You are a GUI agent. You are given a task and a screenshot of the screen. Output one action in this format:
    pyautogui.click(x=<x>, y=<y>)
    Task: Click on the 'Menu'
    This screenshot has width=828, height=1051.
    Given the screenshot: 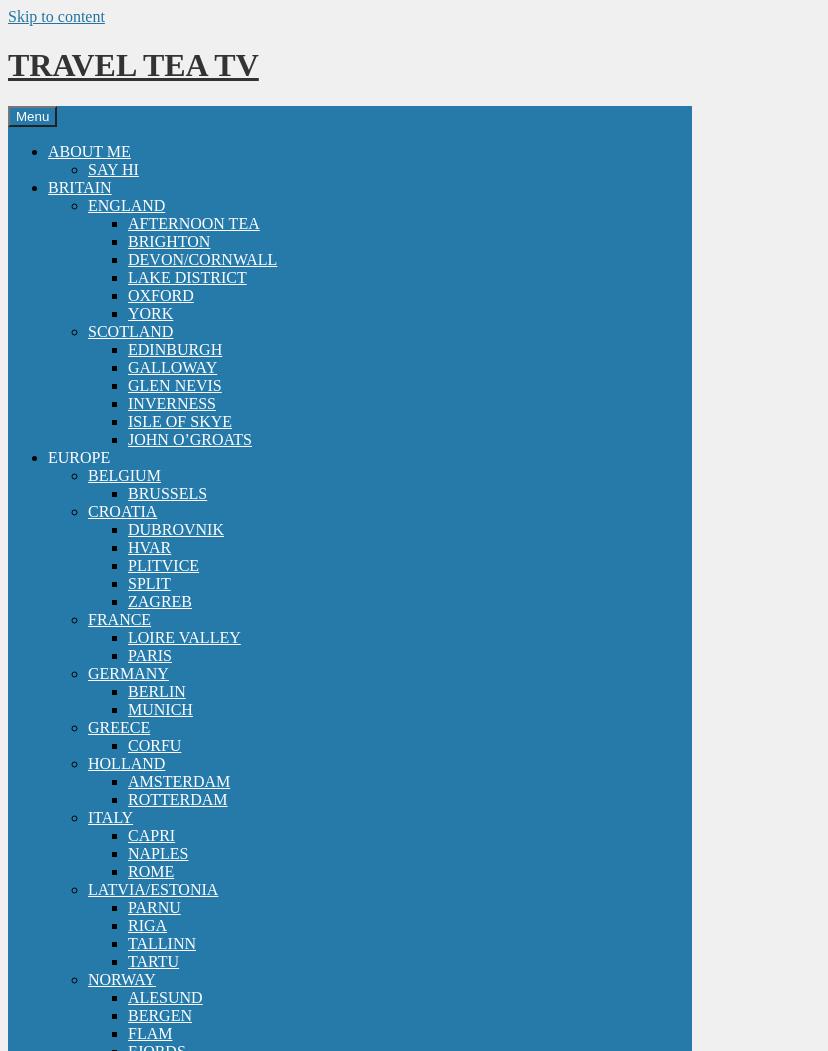 What is the action you would take?
    pyautogui.click(x=32, y=115)
    